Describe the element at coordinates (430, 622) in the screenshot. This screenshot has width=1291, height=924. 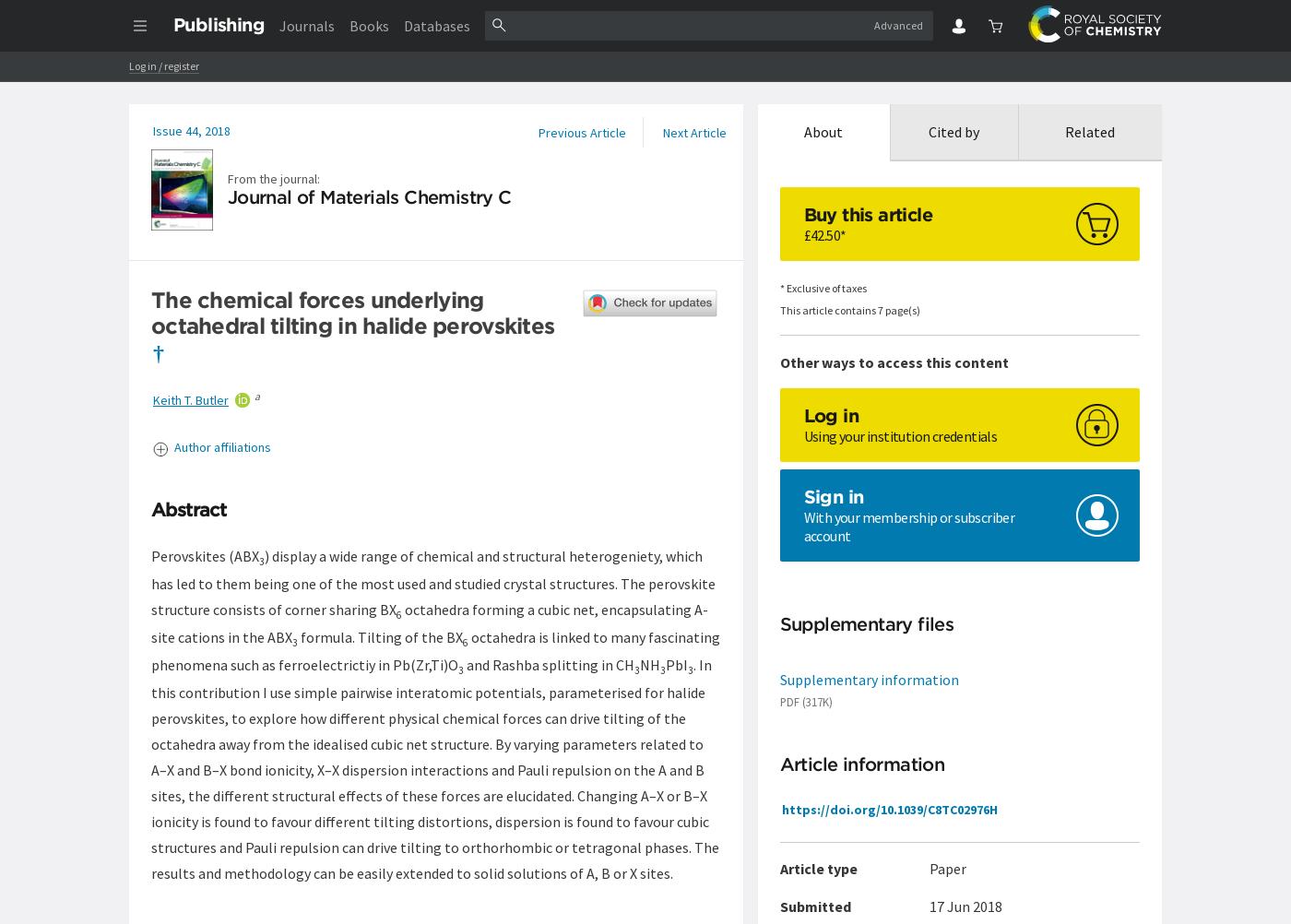
I see `'octahedra forming a cubic net, encapsulating A-site cations in the ABX'` at that location.